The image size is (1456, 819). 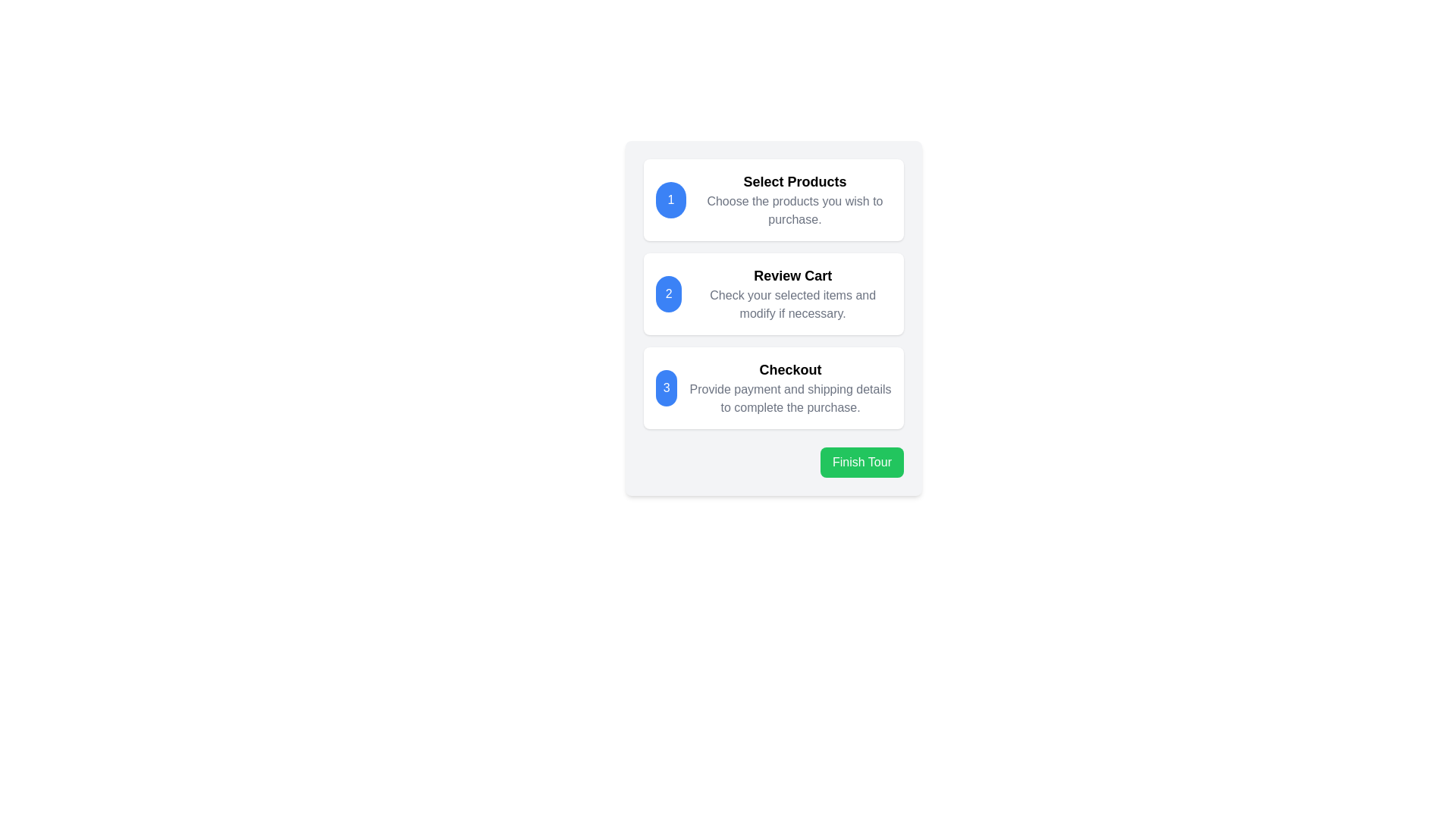 What do you see at coordinates (794, 180) in the screenshot?
I see `the text label that serves as the title for the first step in the selection and purchasing process, positioned above the description 'Choose the products you wish to purchase.'` at bounding box center [794, 180].